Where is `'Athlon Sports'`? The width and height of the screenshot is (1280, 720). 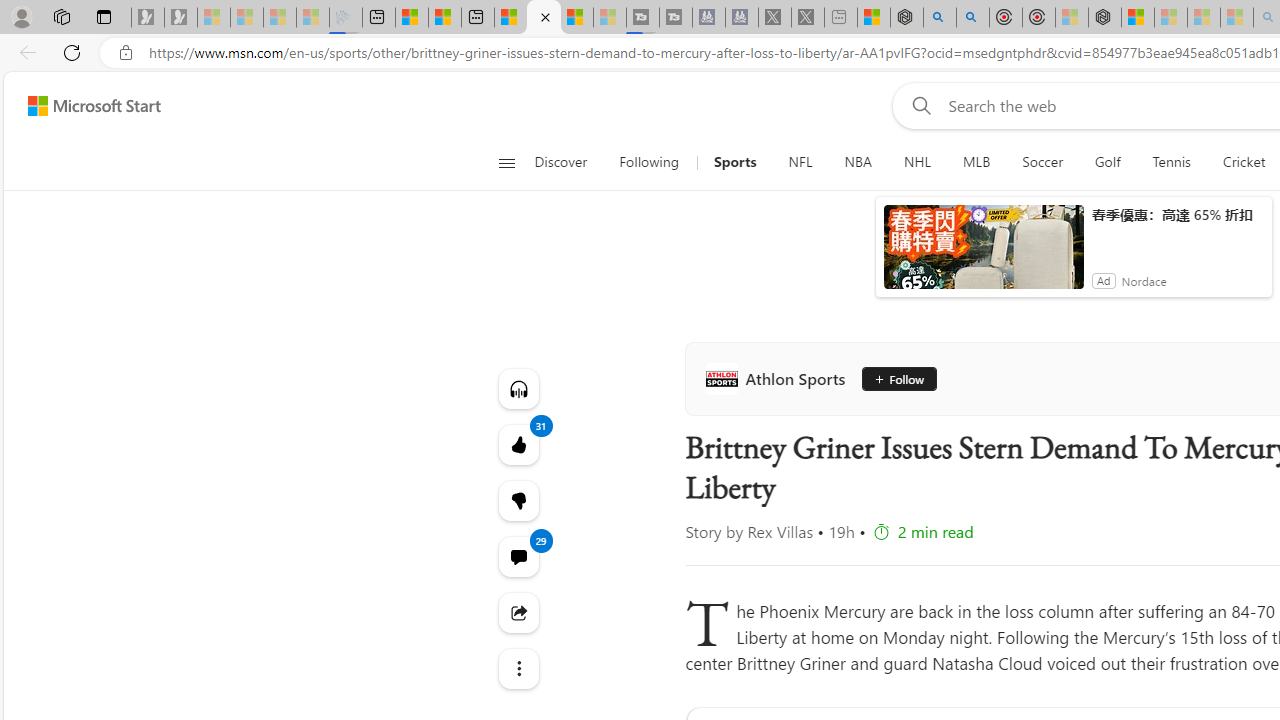
'Athlon Sports' is located at coordinates (778, 379).